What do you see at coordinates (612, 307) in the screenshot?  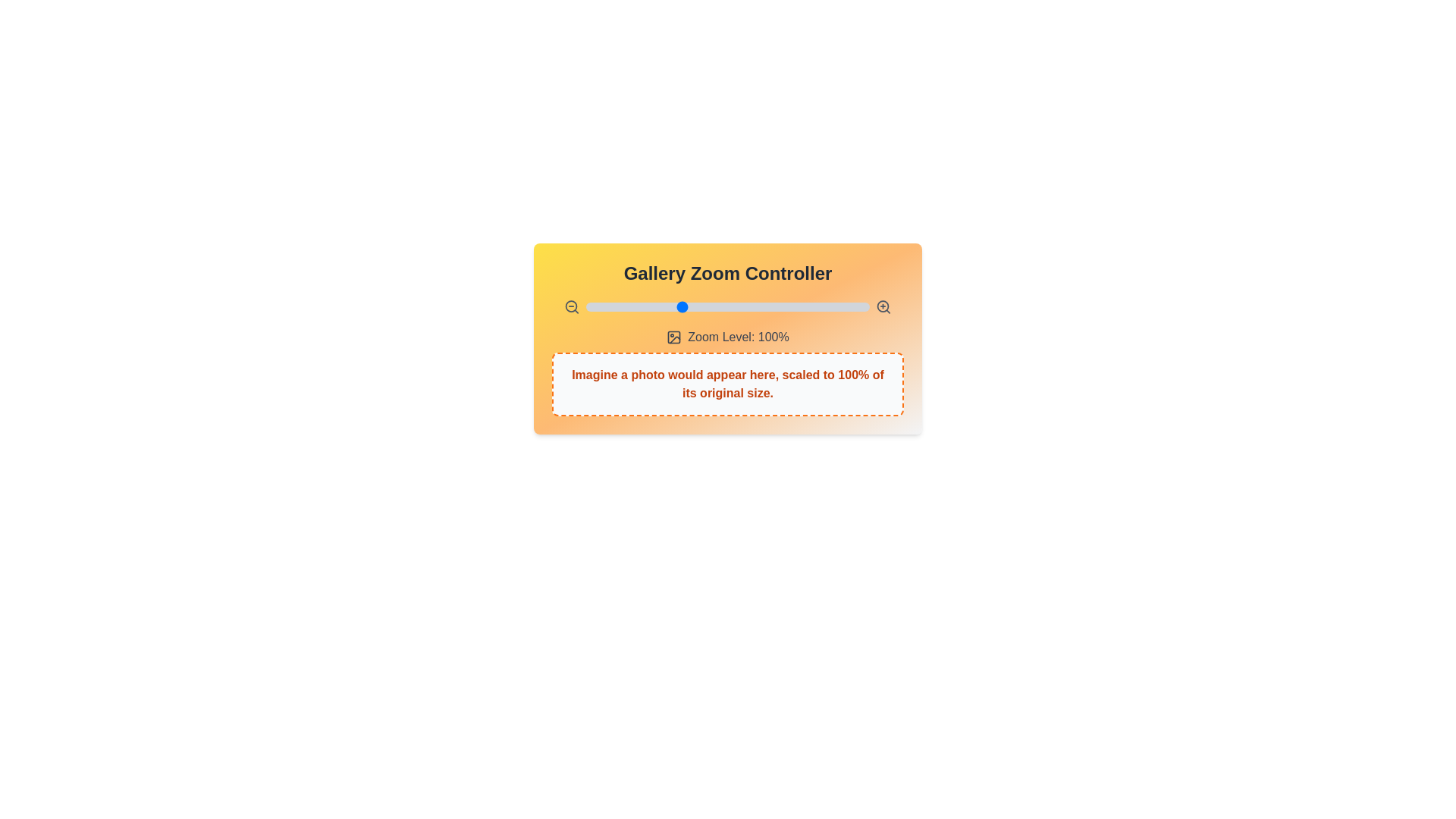 I see `the zoom level to 64% by interacting with the slider` at bounding box center [612, 307].